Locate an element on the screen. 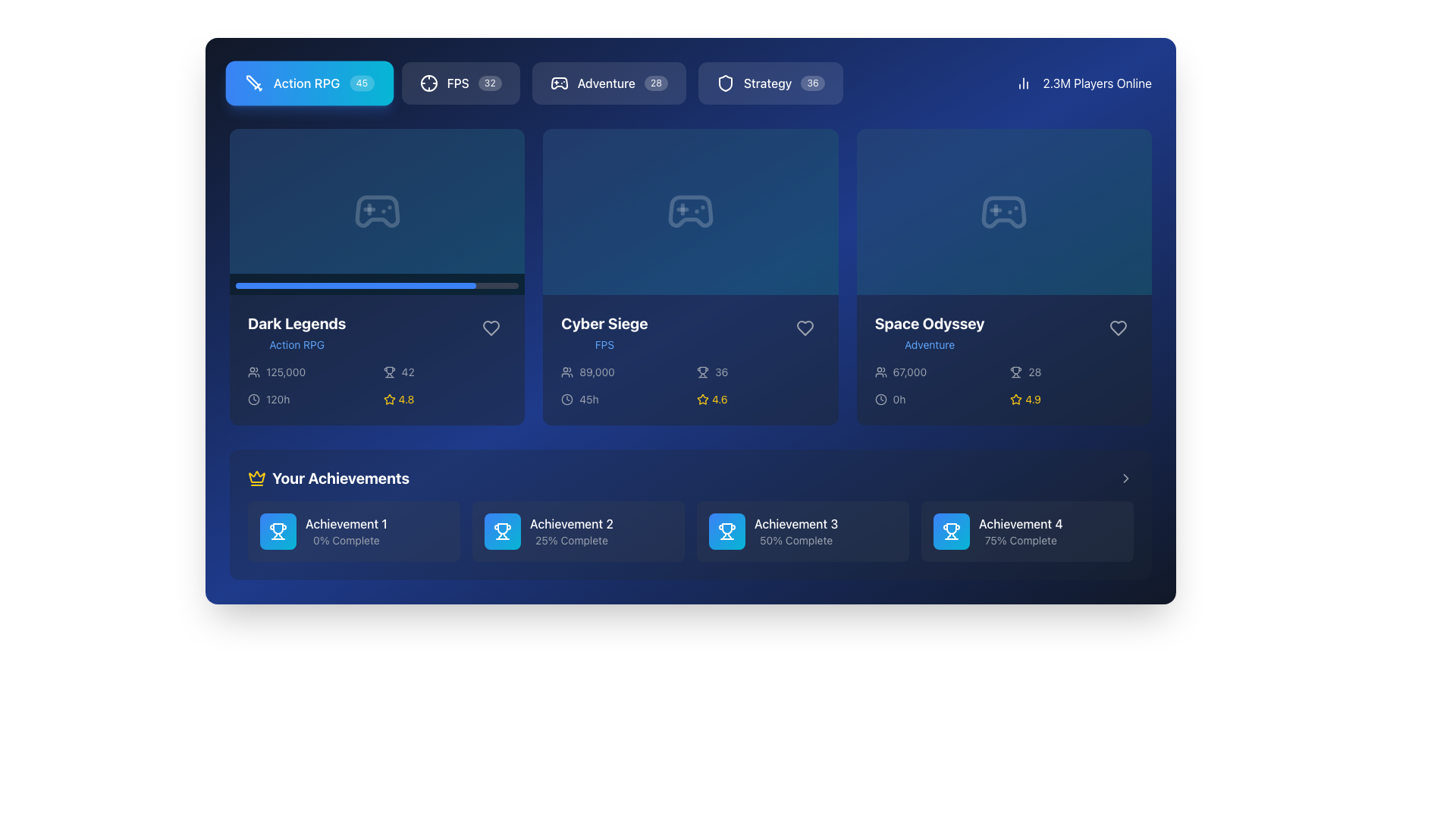 This screenshot has height=819, width=1456. header text indicating user achievements, located at the bottom-center of the interface, above the achievements section is located at coordinates (328, 479).